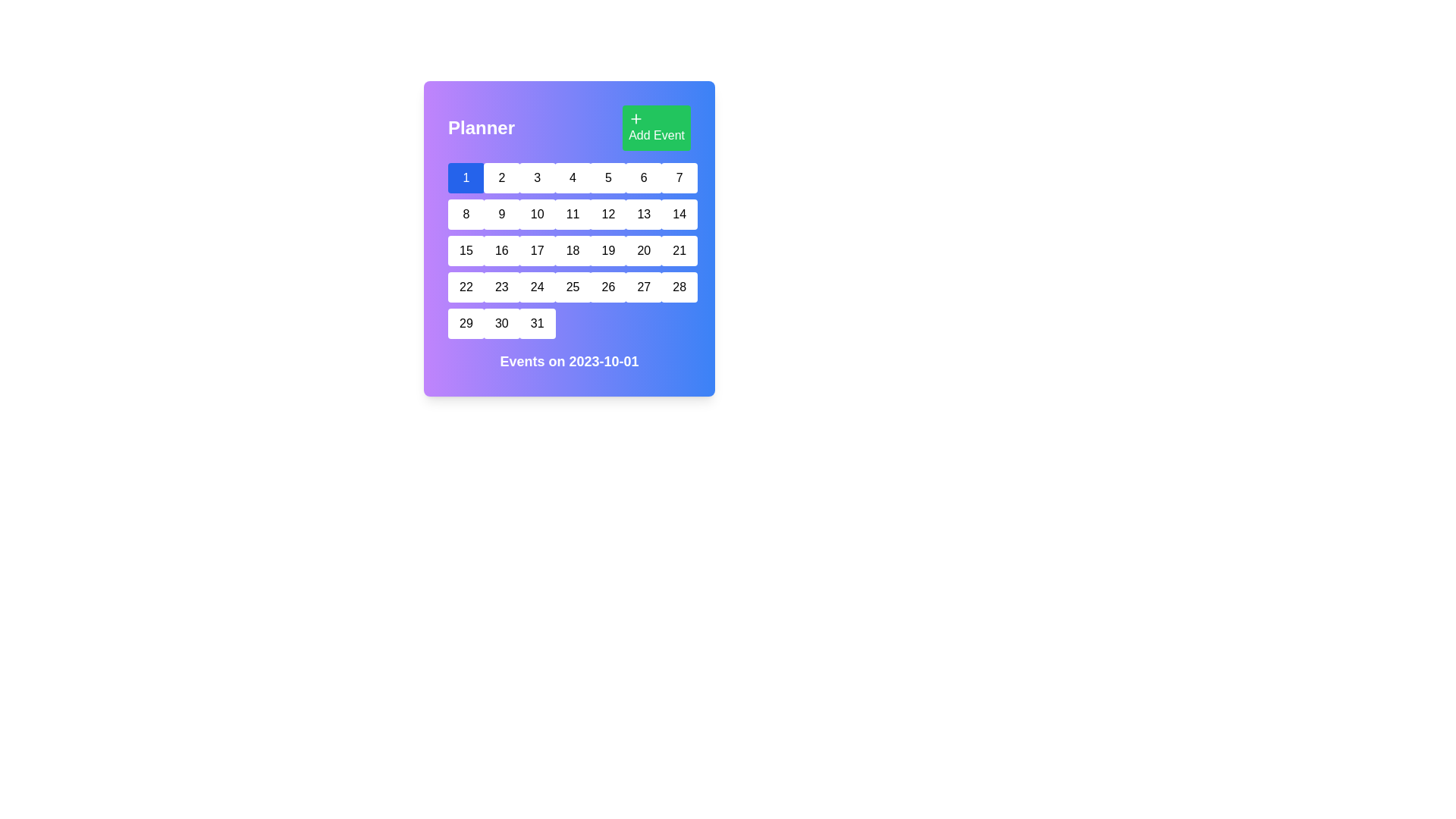 Image resolution: width=1456 pixels, height=819 pixels. I want to click on the button representing the date '26', so click(608, 287).